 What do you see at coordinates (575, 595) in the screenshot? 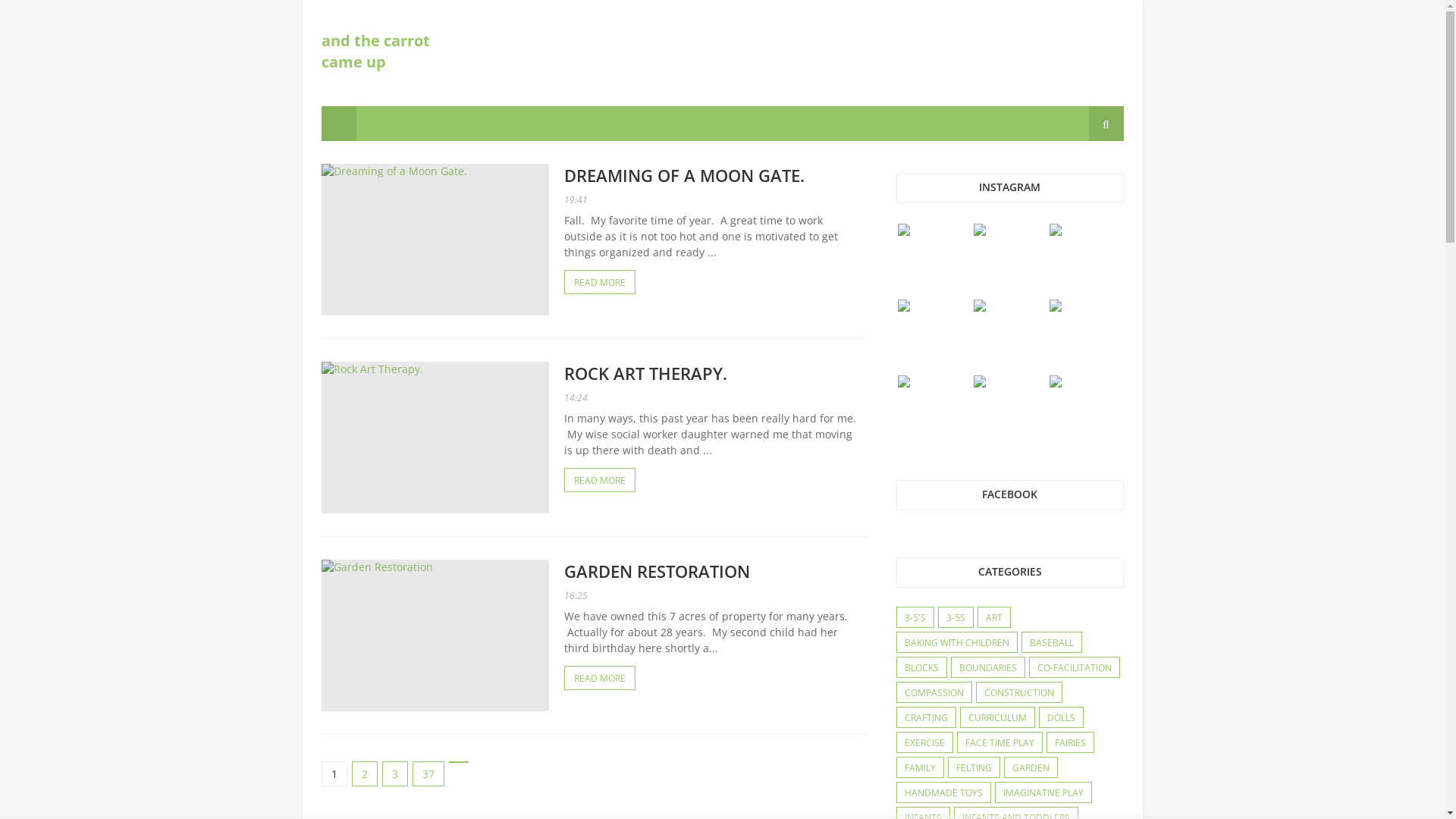
I see `'16:25'` at bounding box center [575, 595].